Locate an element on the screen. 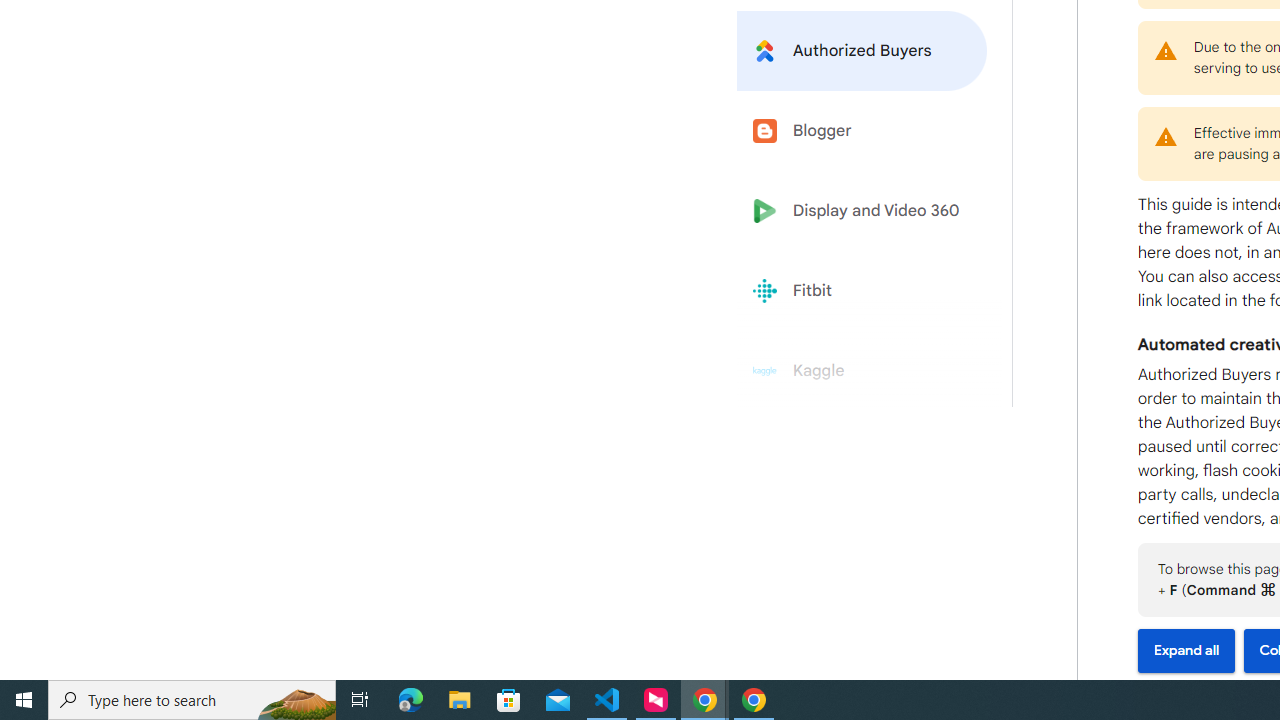 This screenshot has width=1280, height=720. 'Learn more about Authorized Buyers' is located at coordinates (862, 49).